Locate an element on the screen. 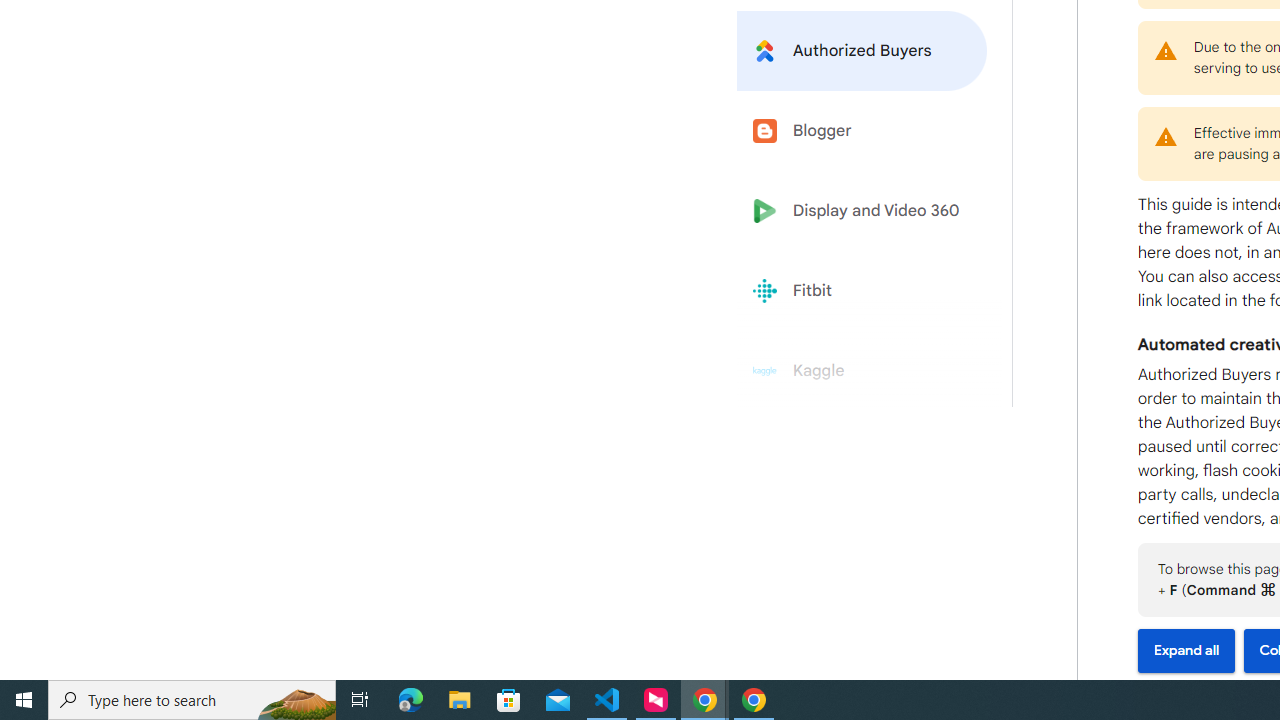 This screenshot has width=1280, height=720. 'Learn more about Authorized Buyers' is located at coordinates (862, 49).